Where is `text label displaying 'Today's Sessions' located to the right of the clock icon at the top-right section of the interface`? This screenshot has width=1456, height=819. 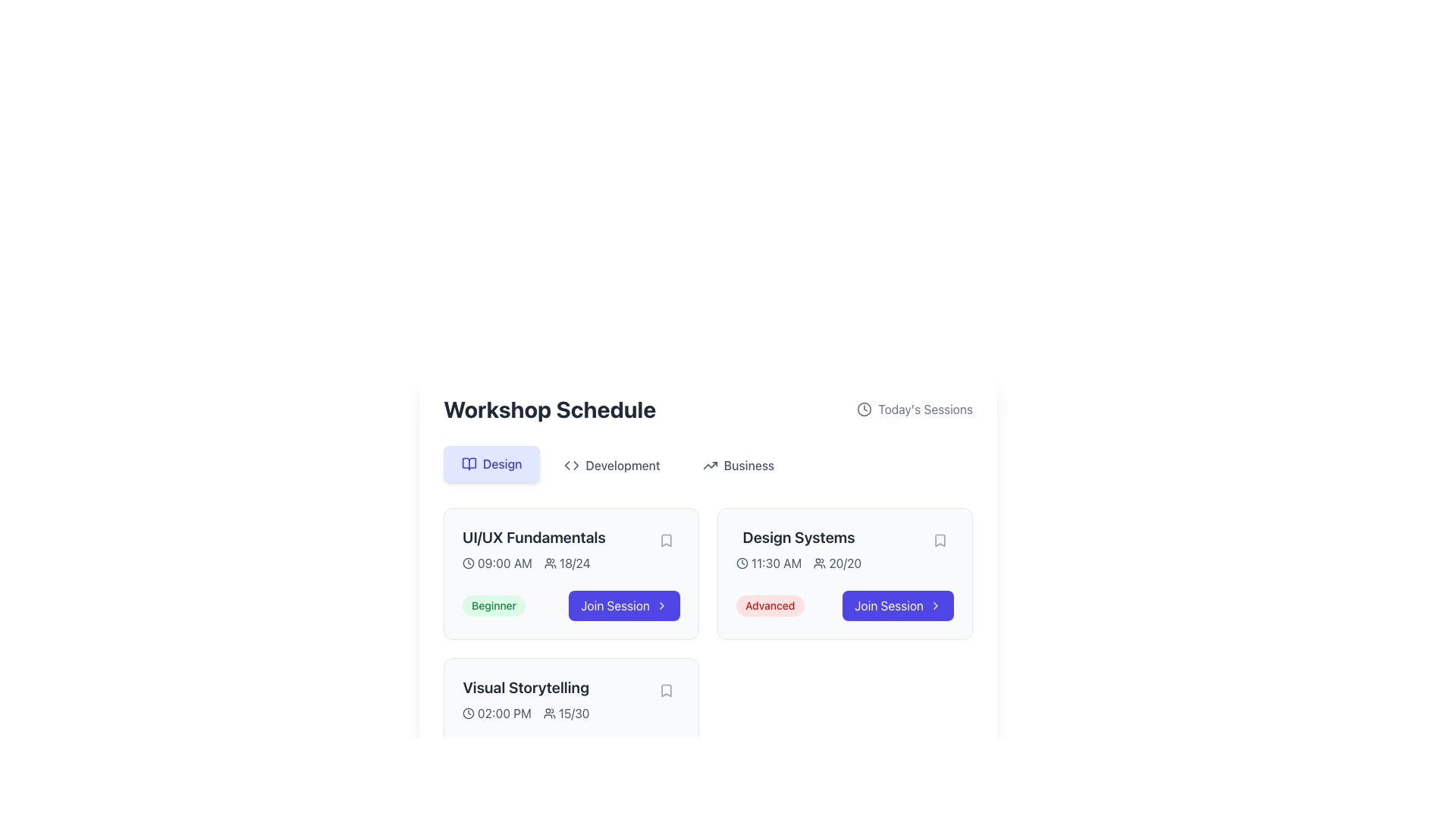
text label displaying 'Today's Sessions' located to the right of the clock icon at the top-right section of the interface is located at coordinates (924, 409).